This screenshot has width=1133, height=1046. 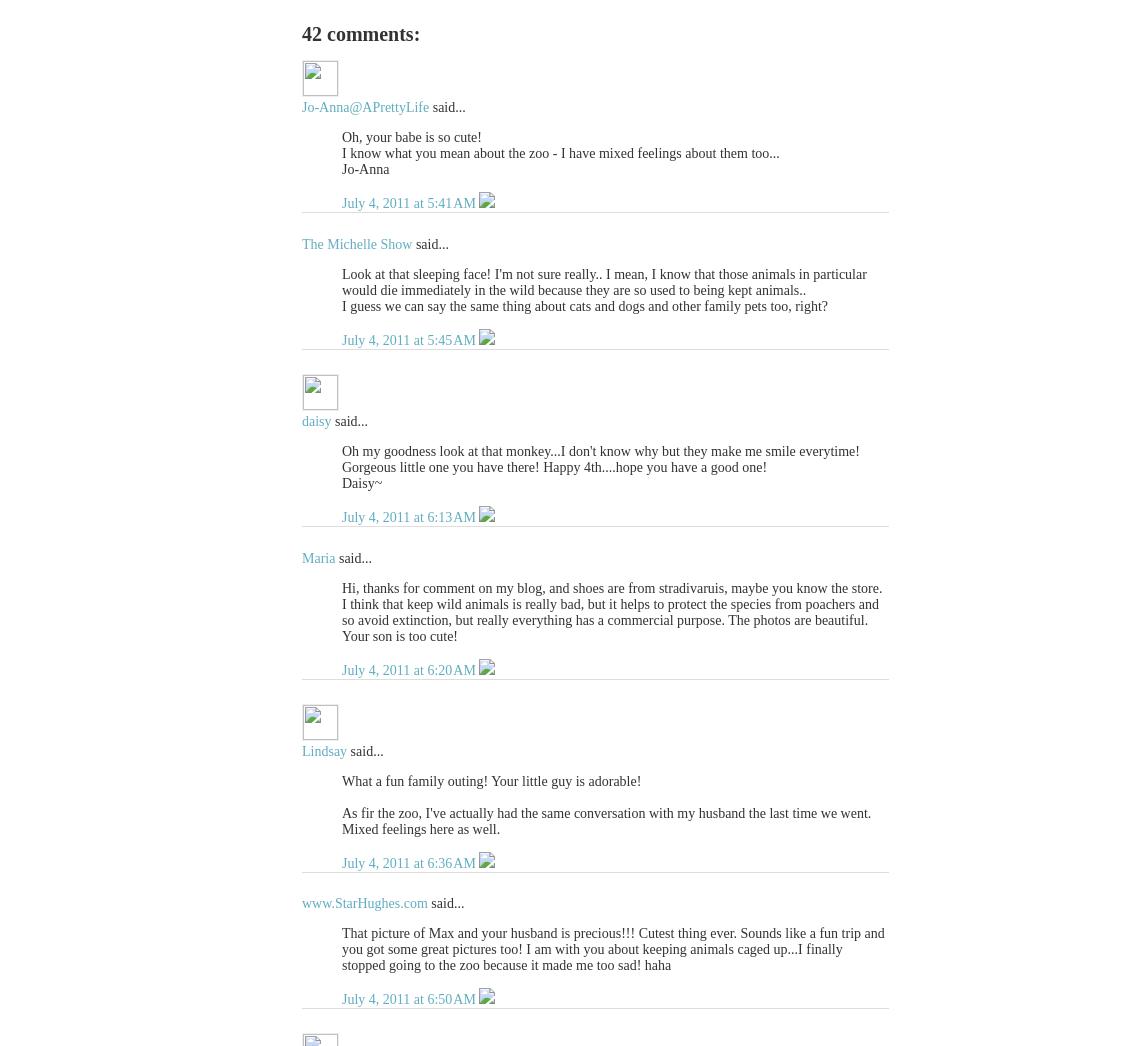 I want to click on 'Hi, thanks for comment on my blog, and shoes are from stradivaruis, maybe you know the store.', so click(x=611, y=587).